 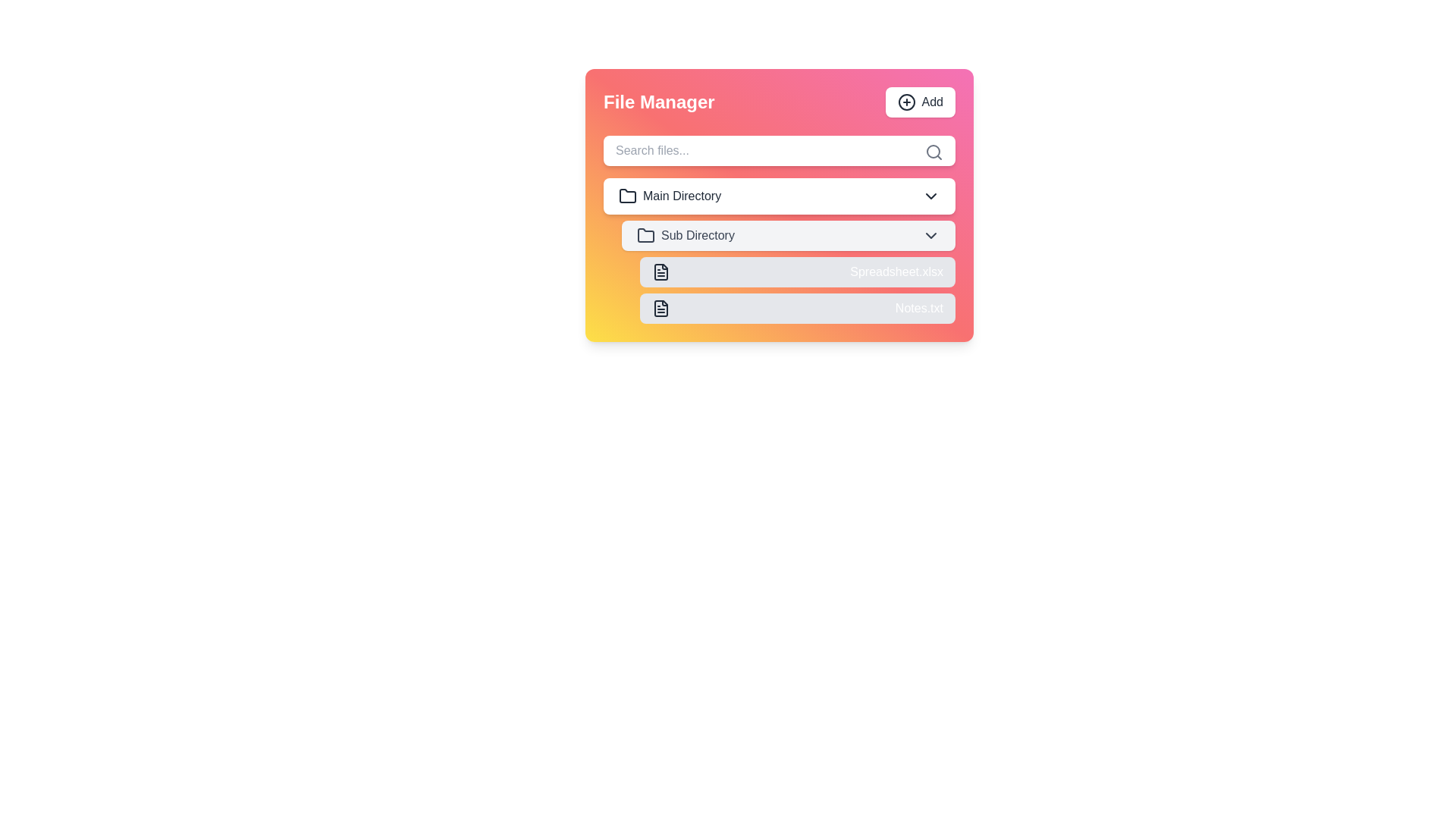 I want to click on the folder icon located to the left of the 'Sub Directory' text in the dropdown menu under 'File Manager', so click(x=645, y=234).